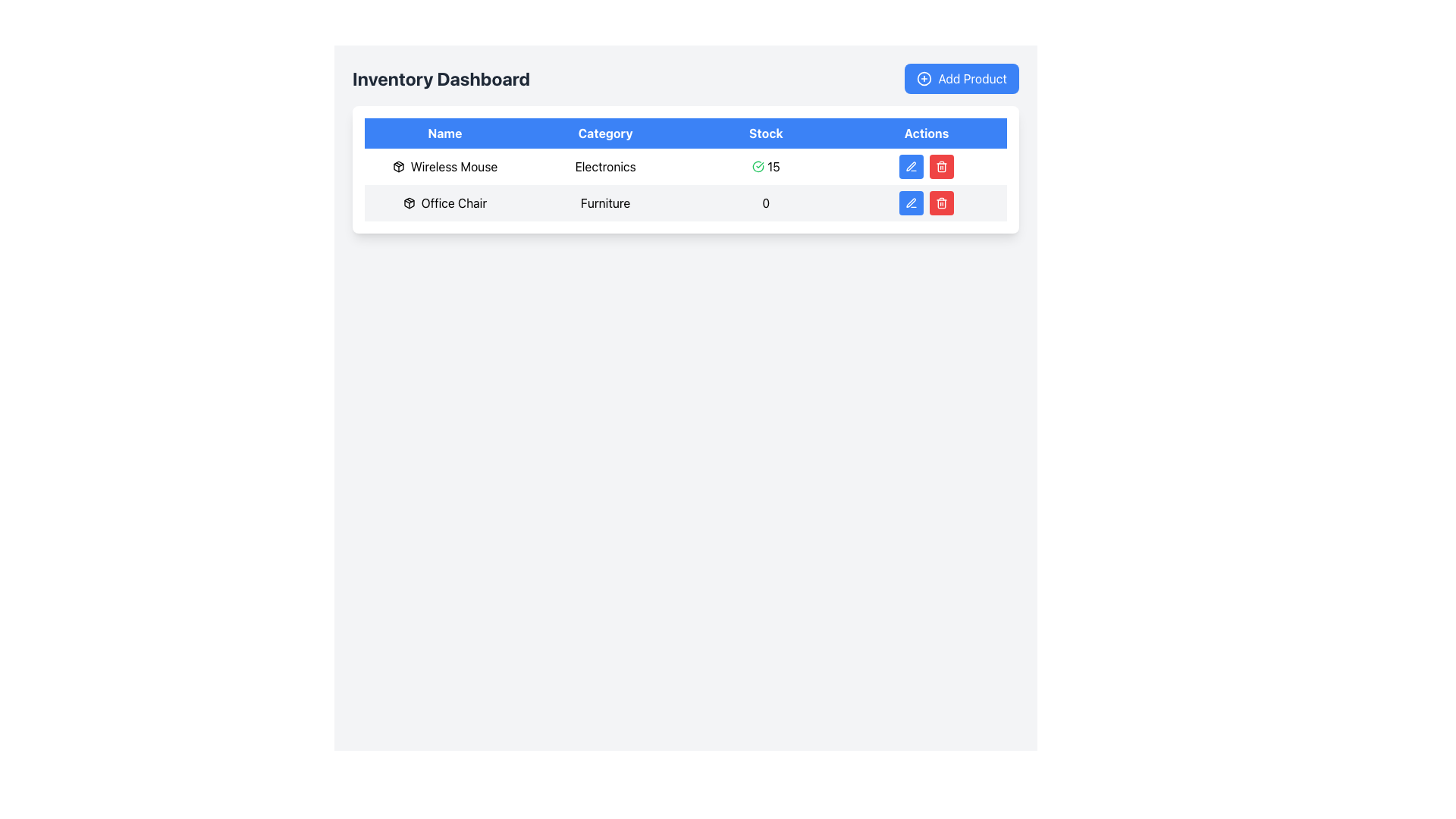 The height and width of the screenshot is (819, 1456). Describe the element at coordinates (766, 202) in the screenshot. I see `the zero stock availability icon for the 'Office Chair' item, which is located in the 'Stock' column of the table, following the 'Furniture' entry in the 'Category' column` at that location.